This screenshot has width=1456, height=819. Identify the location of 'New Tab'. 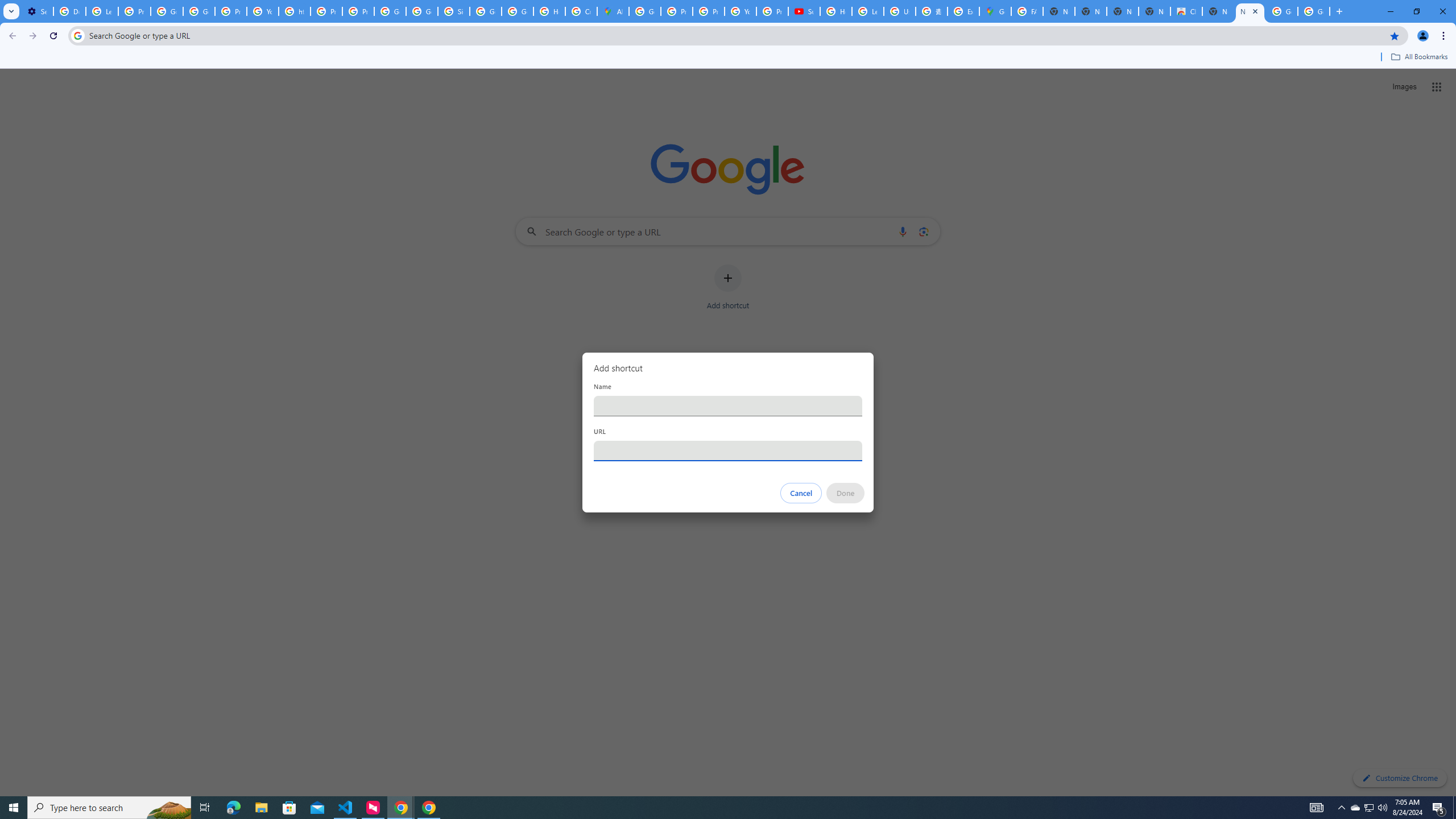
(1250, 11).